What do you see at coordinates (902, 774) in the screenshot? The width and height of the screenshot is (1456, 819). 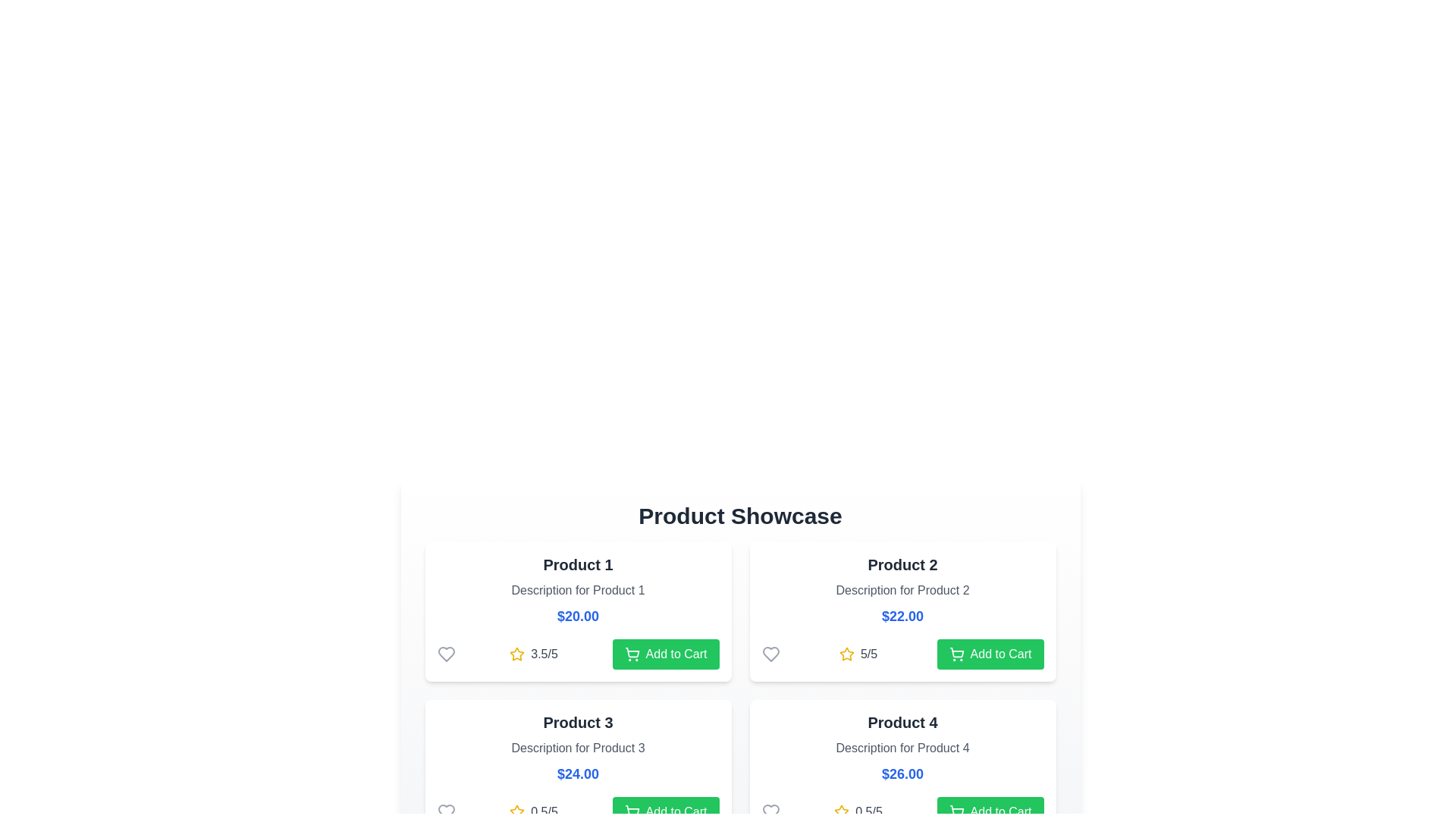 I see `text label displaying the price '$26.00' styled in blue with bold font, located below the product description in the fourth product card` at bounding box center [902, 774].